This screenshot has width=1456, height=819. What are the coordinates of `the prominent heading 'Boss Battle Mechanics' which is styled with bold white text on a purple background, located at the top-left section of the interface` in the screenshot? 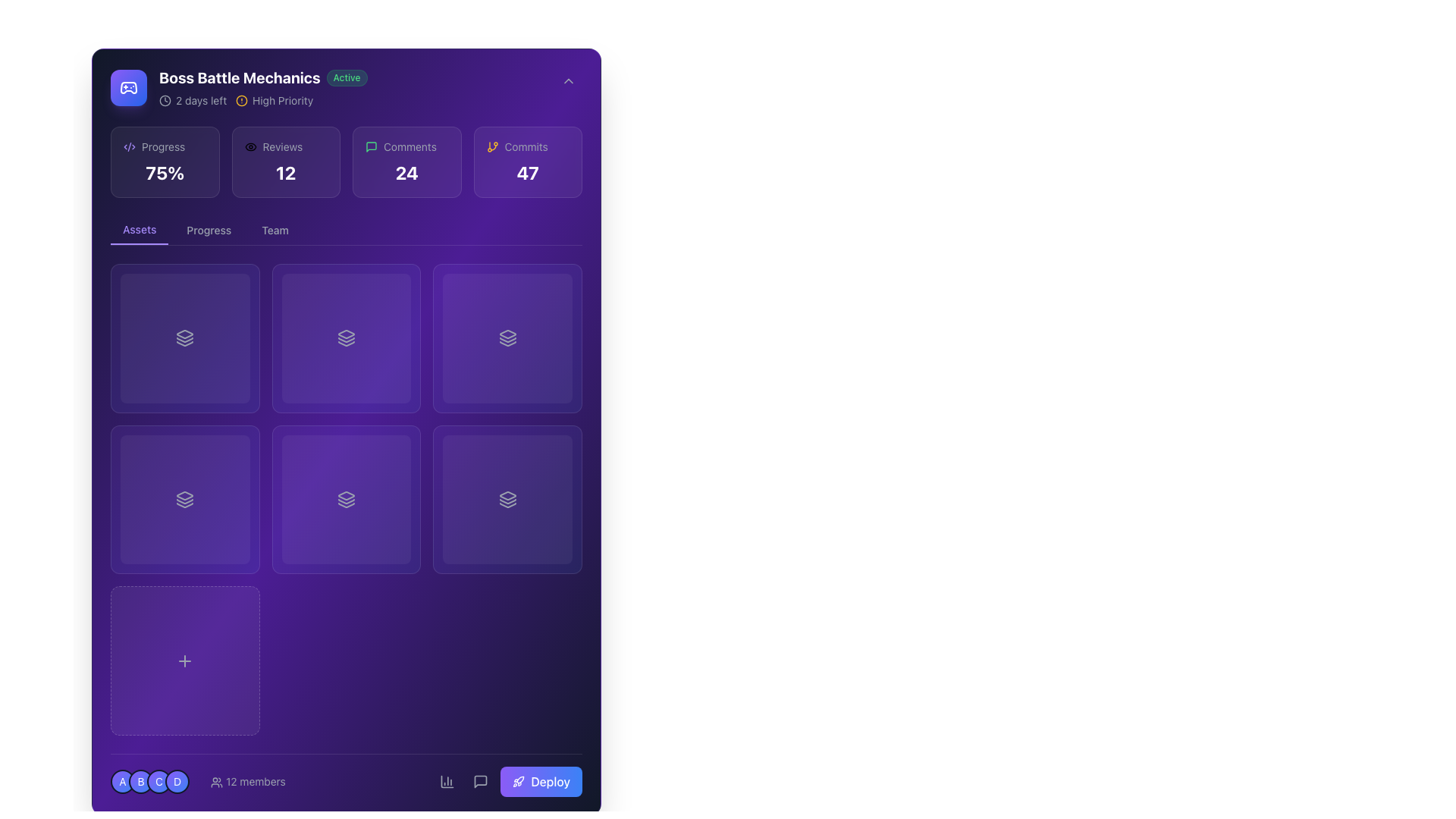 It's located at (239, 78).